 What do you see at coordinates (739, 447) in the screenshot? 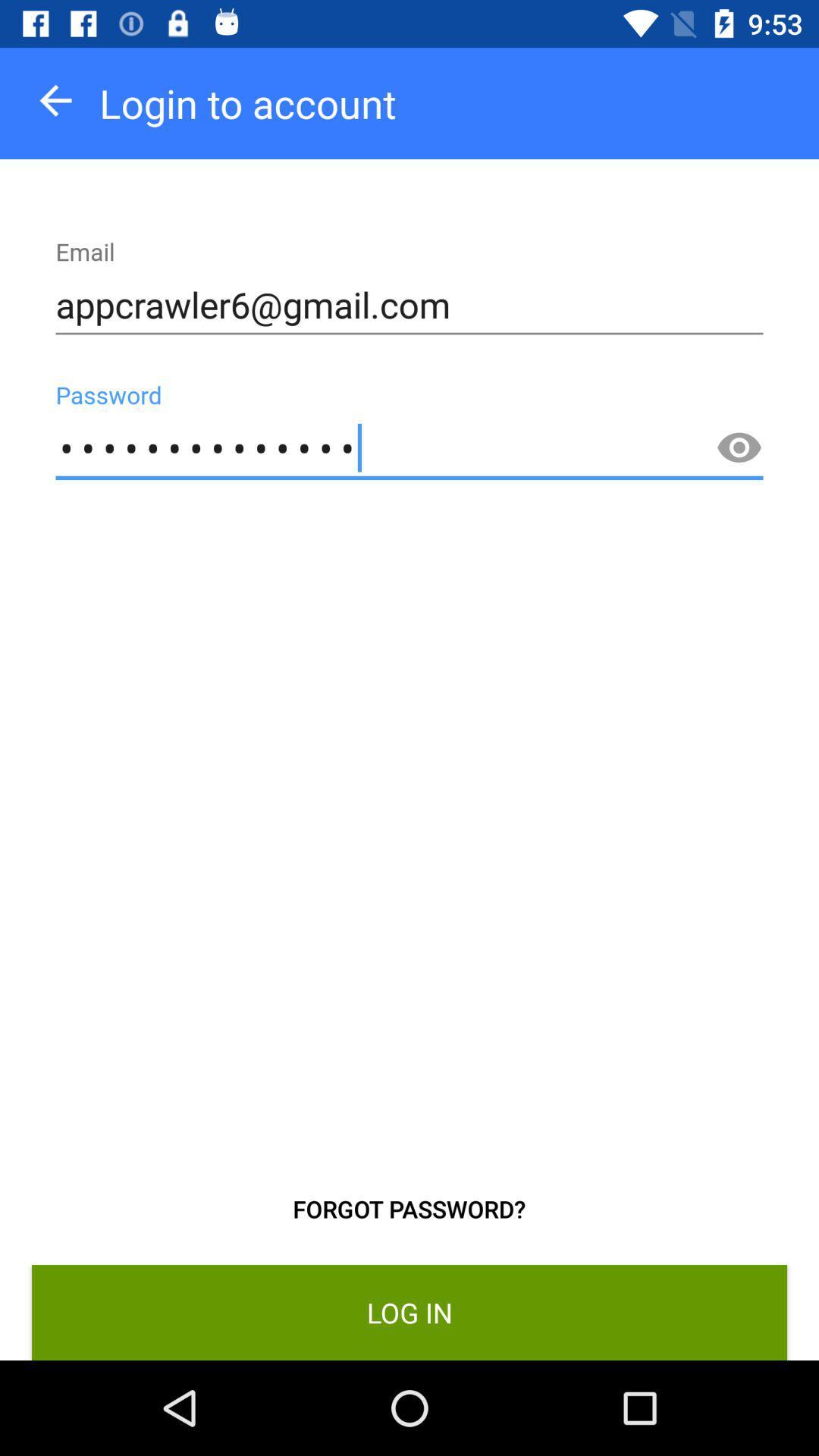
I see `item at the top right corner` at bounding box center [739, 447].